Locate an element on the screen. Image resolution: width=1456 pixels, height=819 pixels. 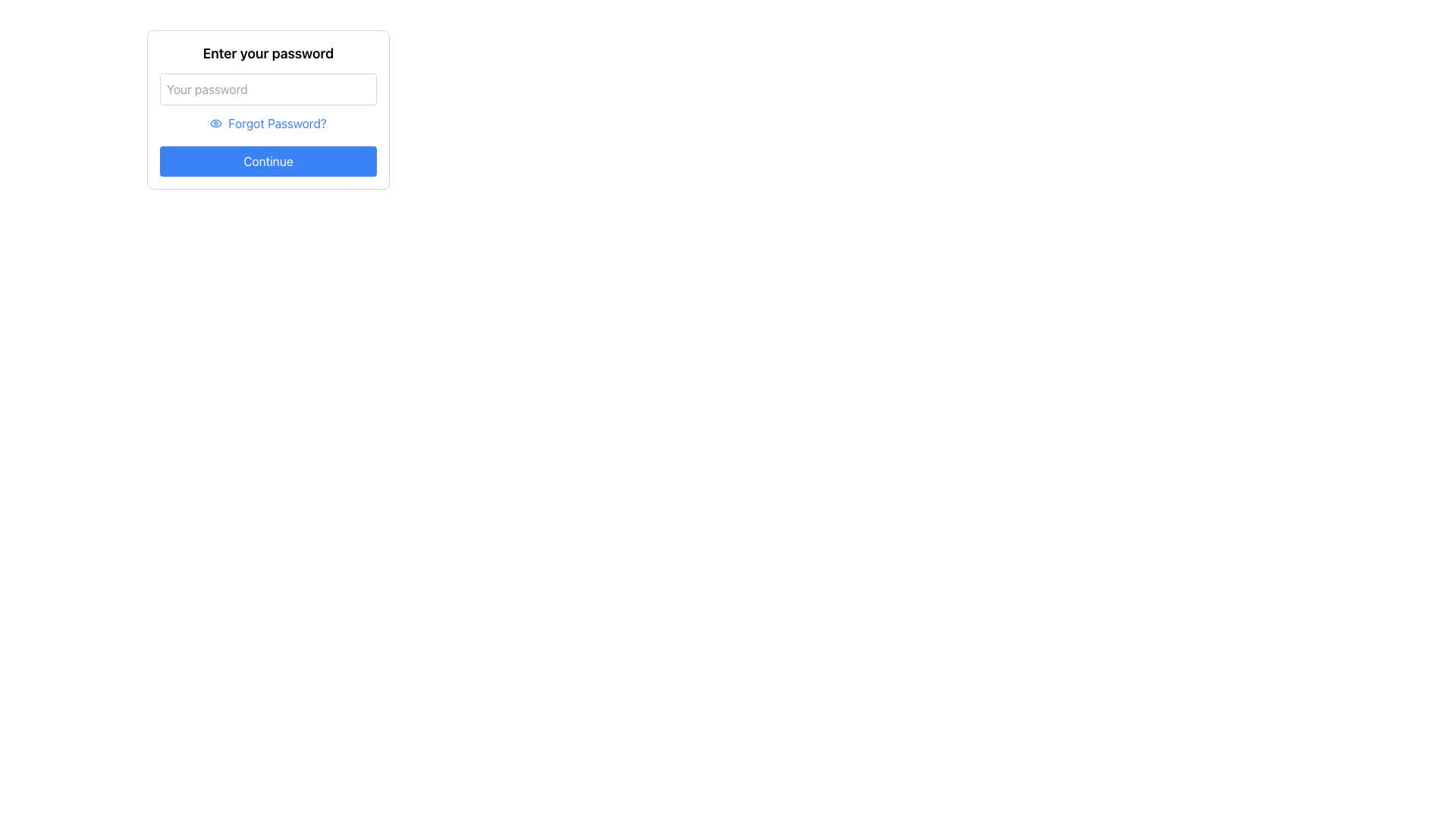
the static text label that guides users in entering their password, located above the password input field is located at coordinates (268, 52).